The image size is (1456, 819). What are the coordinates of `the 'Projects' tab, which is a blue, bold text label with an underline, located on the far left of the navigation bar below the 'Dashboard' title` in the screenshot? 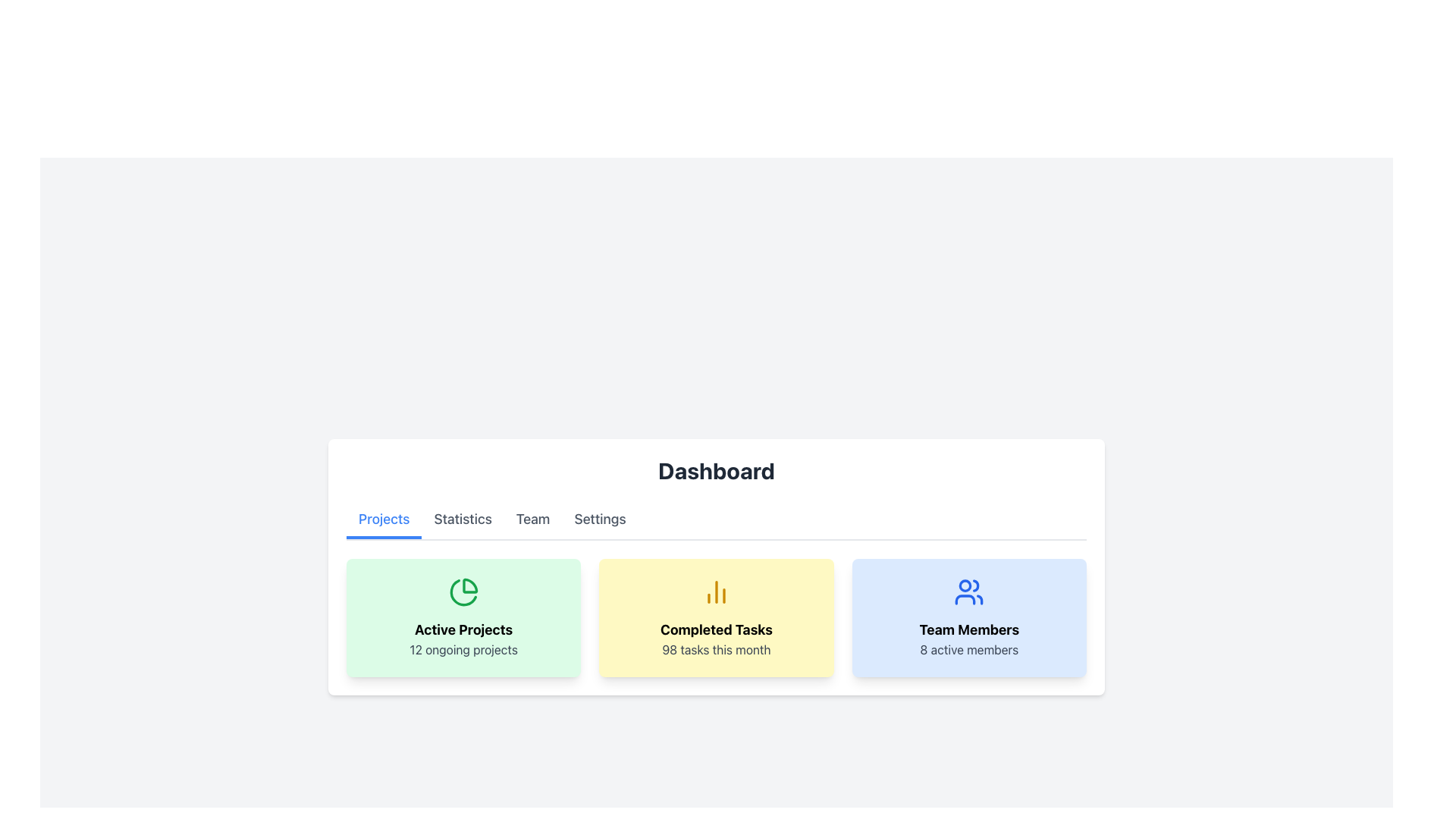 It's located at (384, 519).